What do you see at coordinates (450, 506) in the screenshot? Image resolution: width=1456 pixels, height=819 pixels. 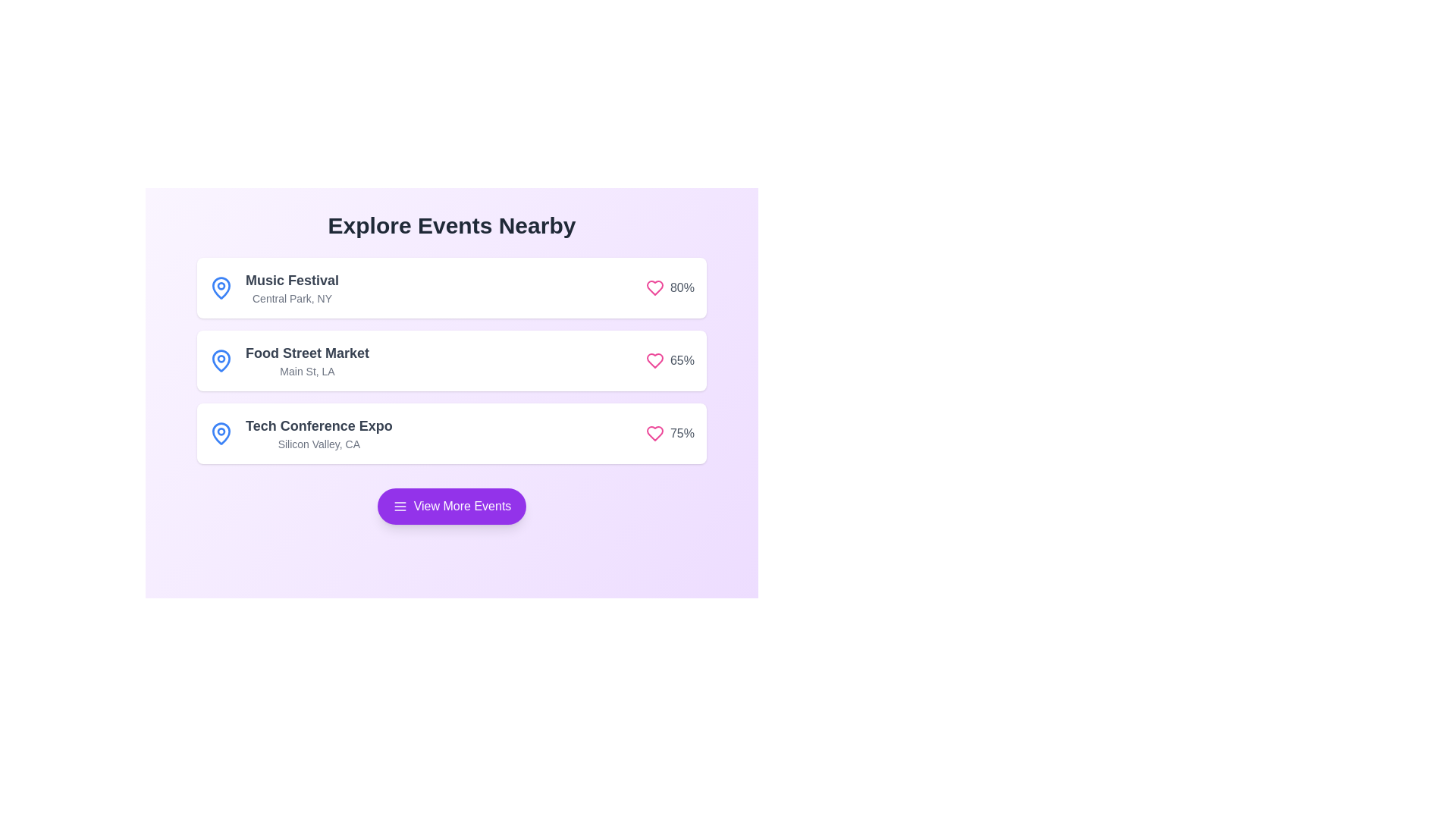 I see `the button located at the bottom center of the events panel` at bounding box center [450, 506].